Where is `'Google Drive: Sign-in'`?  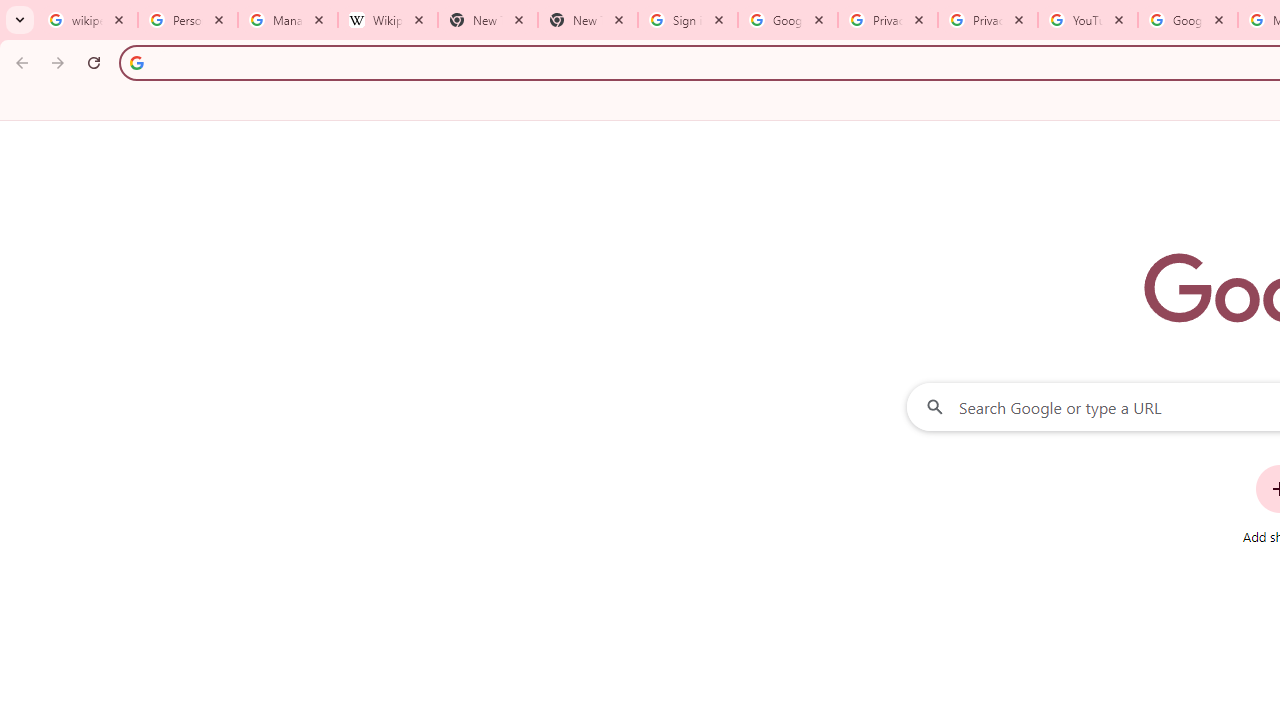 'Google Drive: Sign-in' is located at coordinates (787, 20).